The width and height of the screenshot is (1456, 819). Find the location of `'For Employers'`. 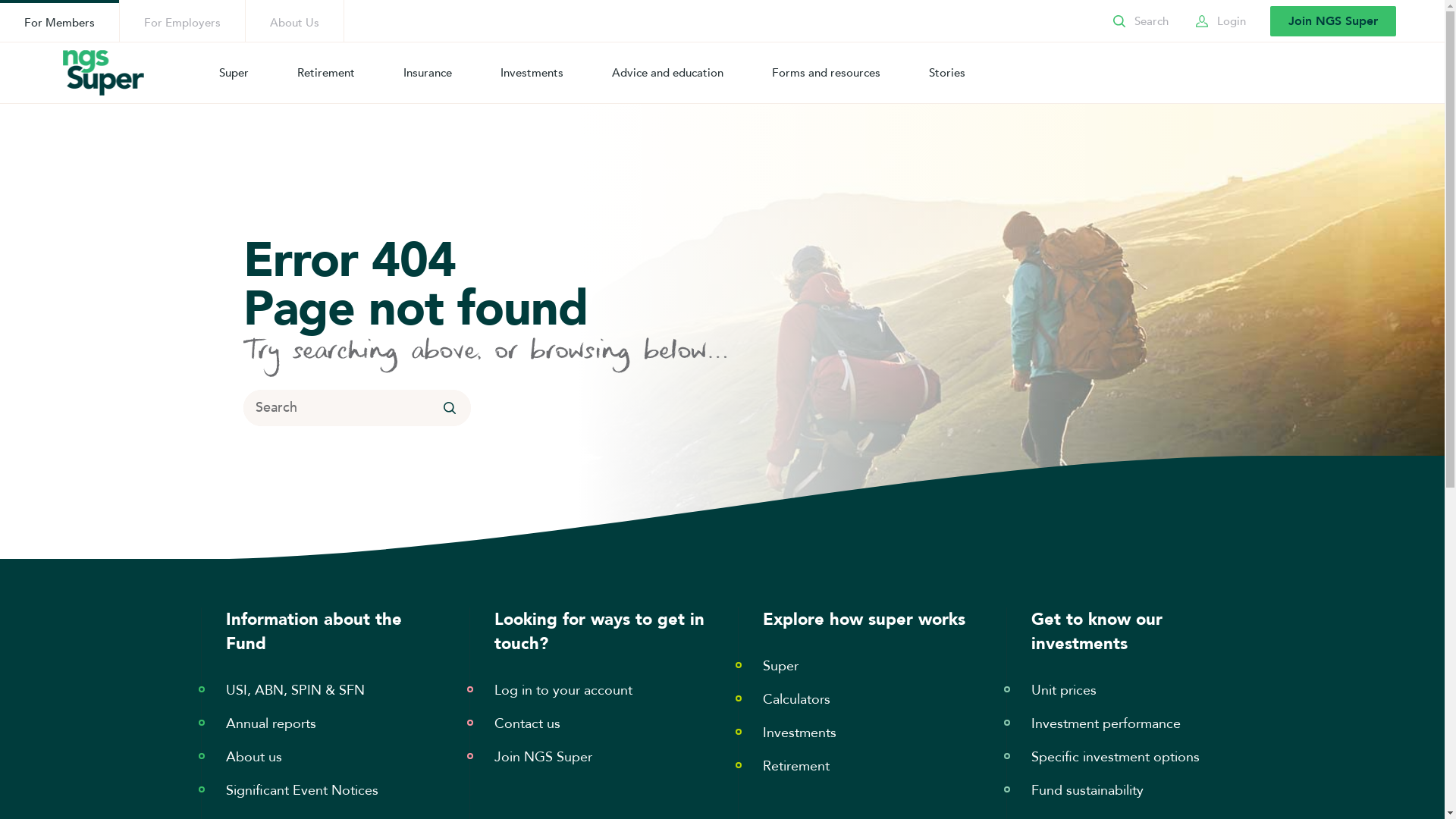

'For Employers' is located at coordinates (182, 20).